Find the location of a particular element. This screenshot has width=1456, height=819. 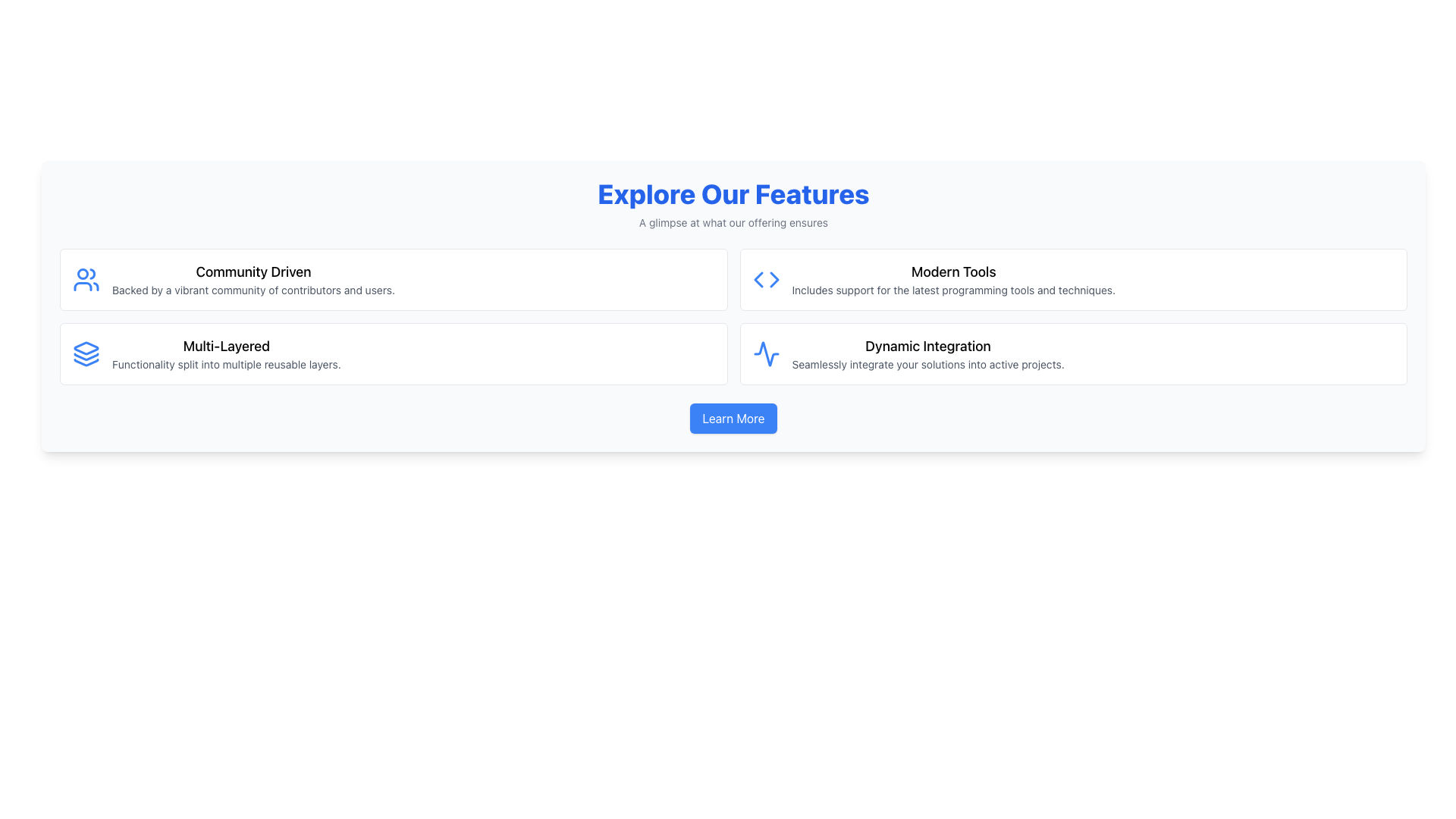

the Header text element which serves as a section title, positioned above the subtitle 'A glimpse at what our offering ensures' is located at coordinates (733, 193).